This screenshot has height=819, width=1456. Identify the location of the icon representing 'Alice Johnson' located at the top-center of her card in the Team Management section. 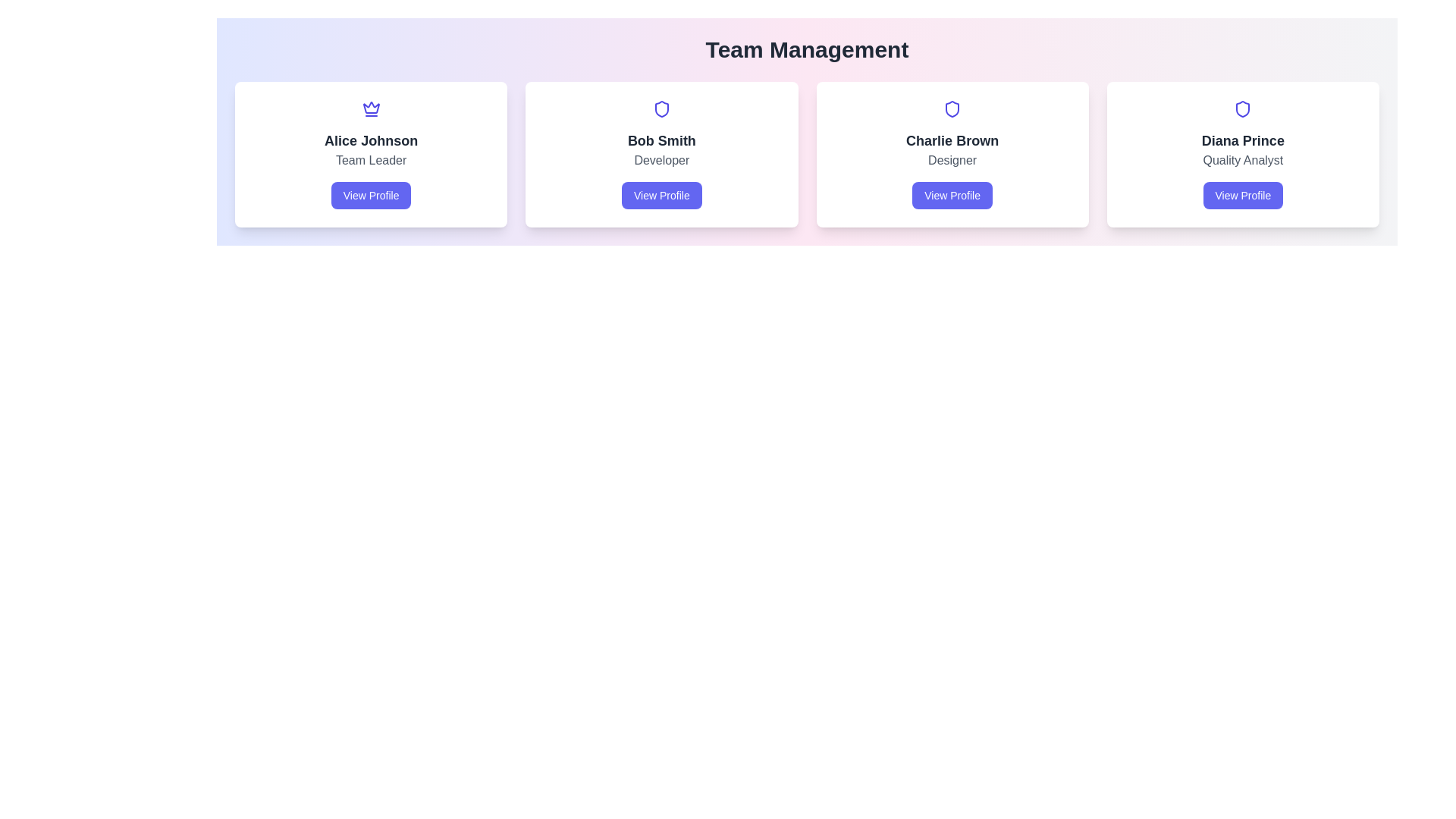
(371, 107).